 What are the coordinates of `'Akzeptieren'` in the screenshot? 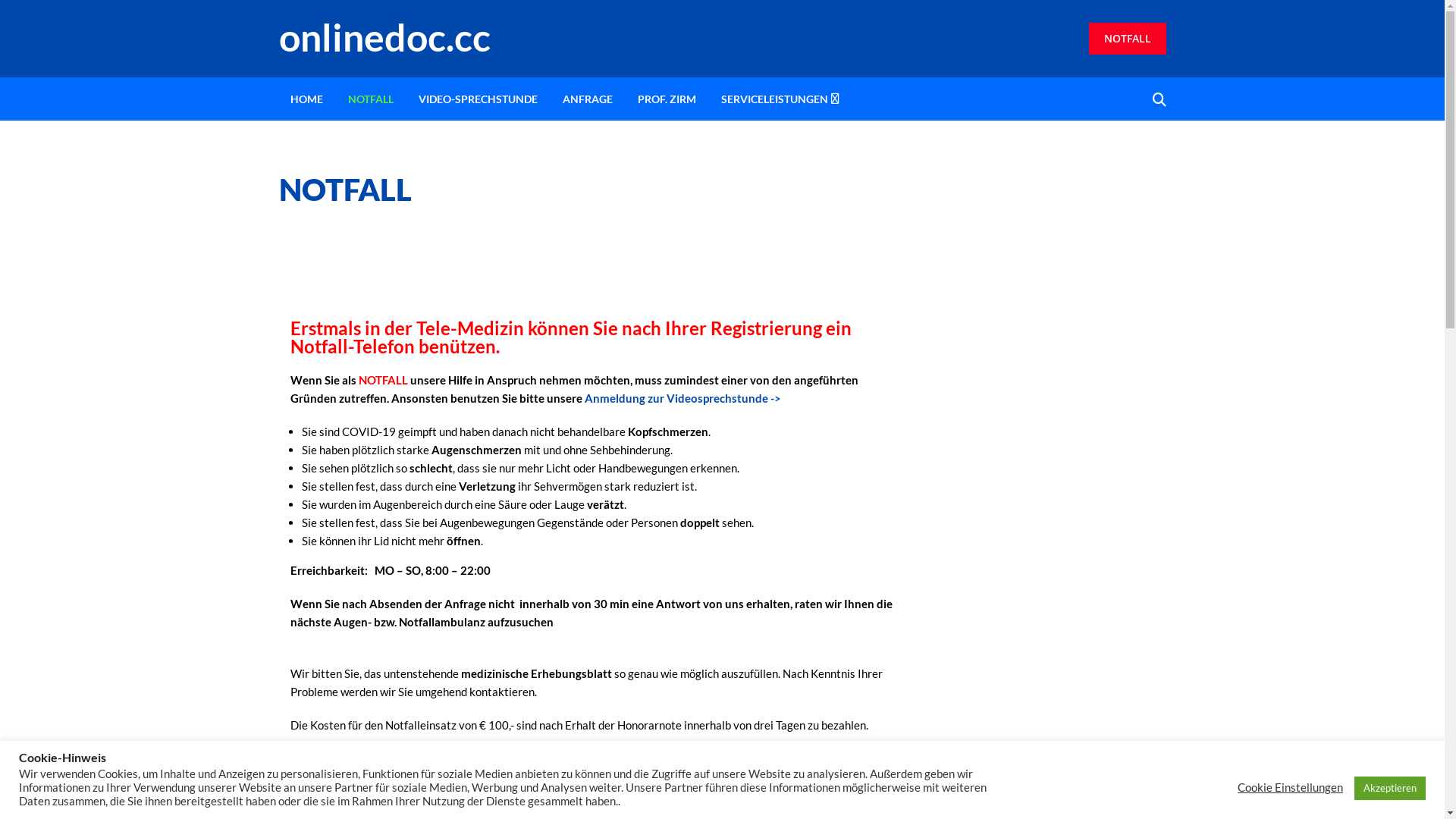 It's located at (1390, 787).